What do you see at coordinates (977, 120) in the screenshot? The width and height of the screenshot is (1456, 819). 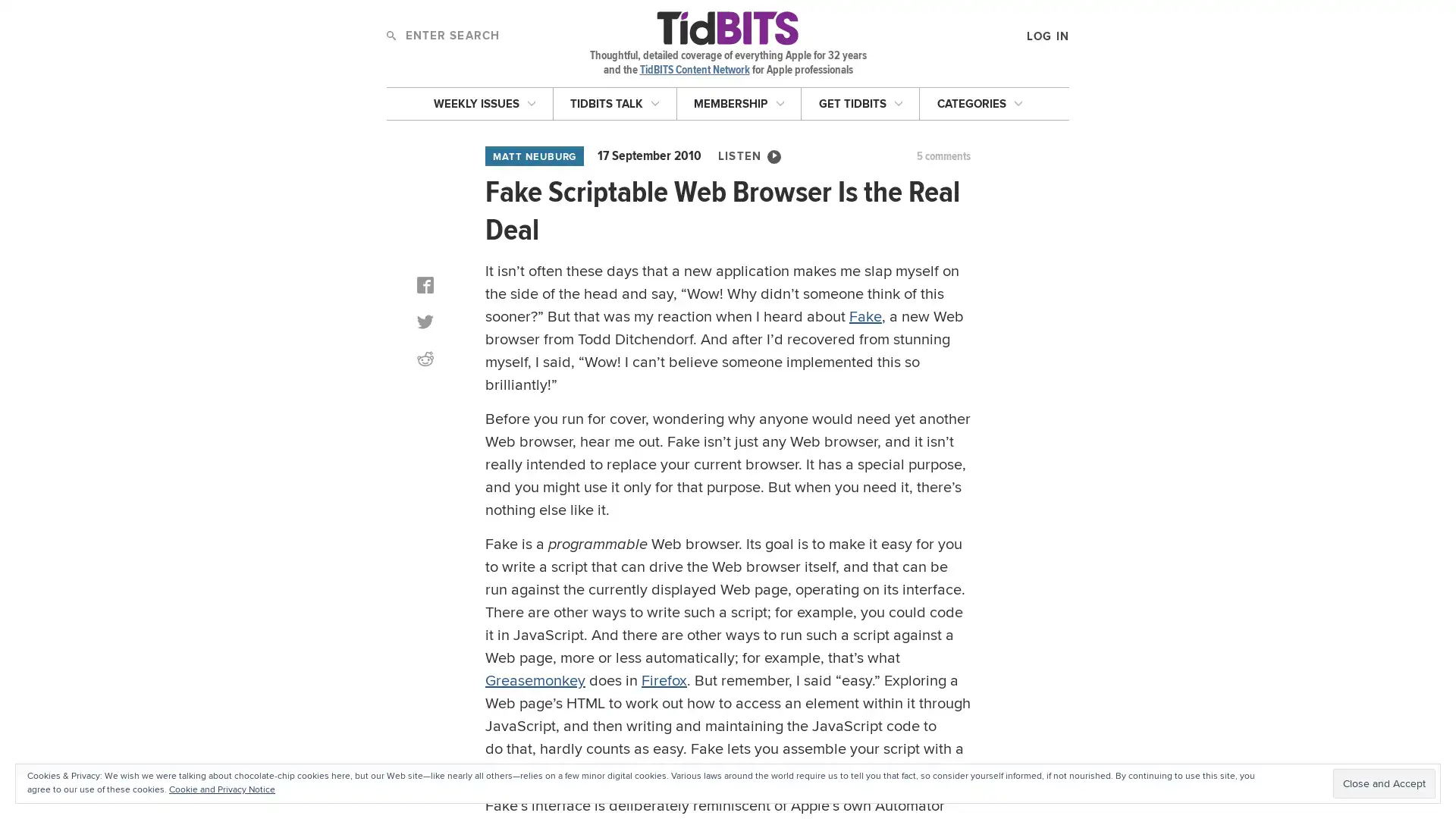 I see `LOG IN` at bounding box center [977, 120].